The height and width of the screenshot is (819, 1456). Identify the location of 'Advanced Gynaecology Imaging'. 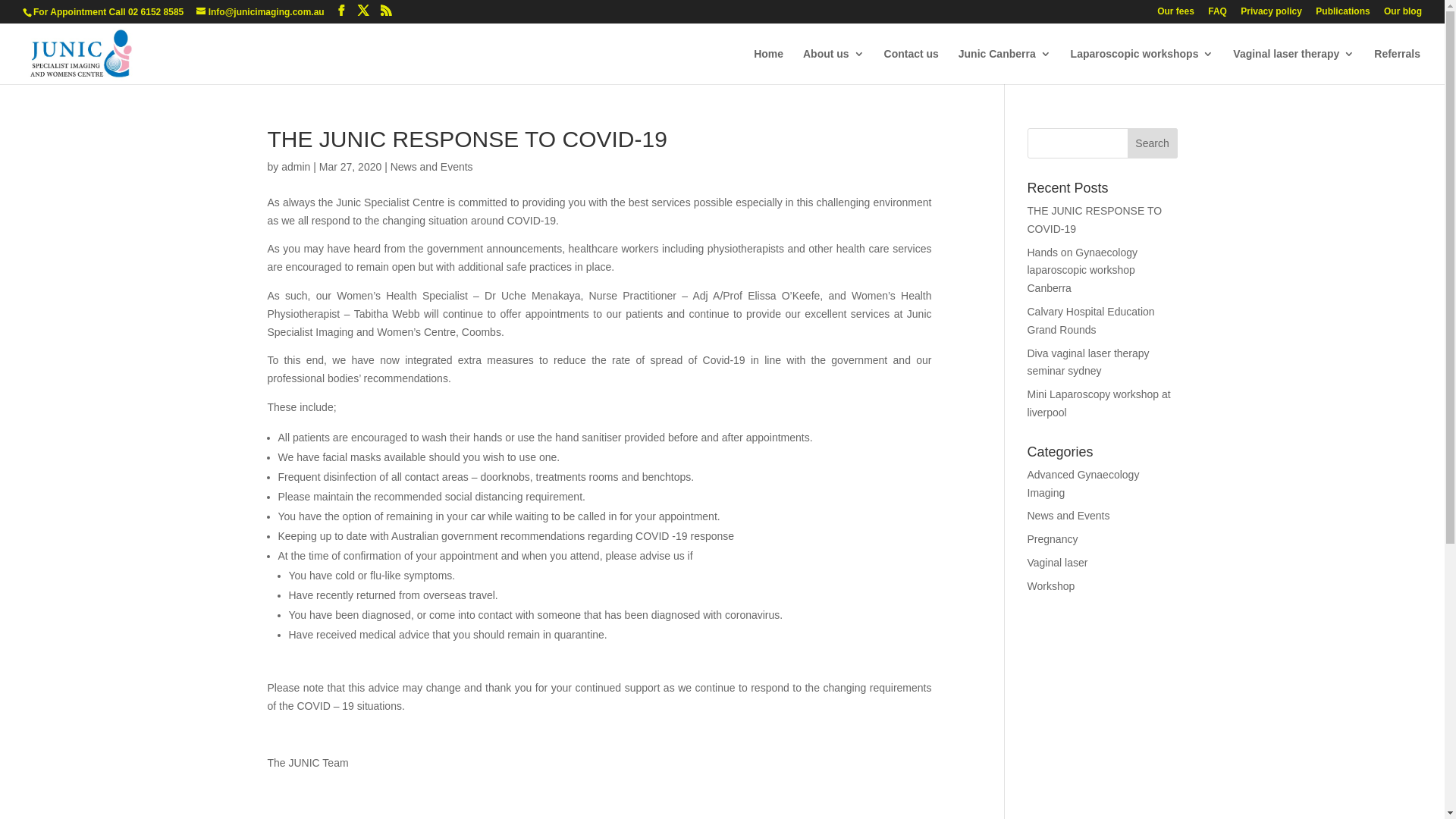
(1082, 483).